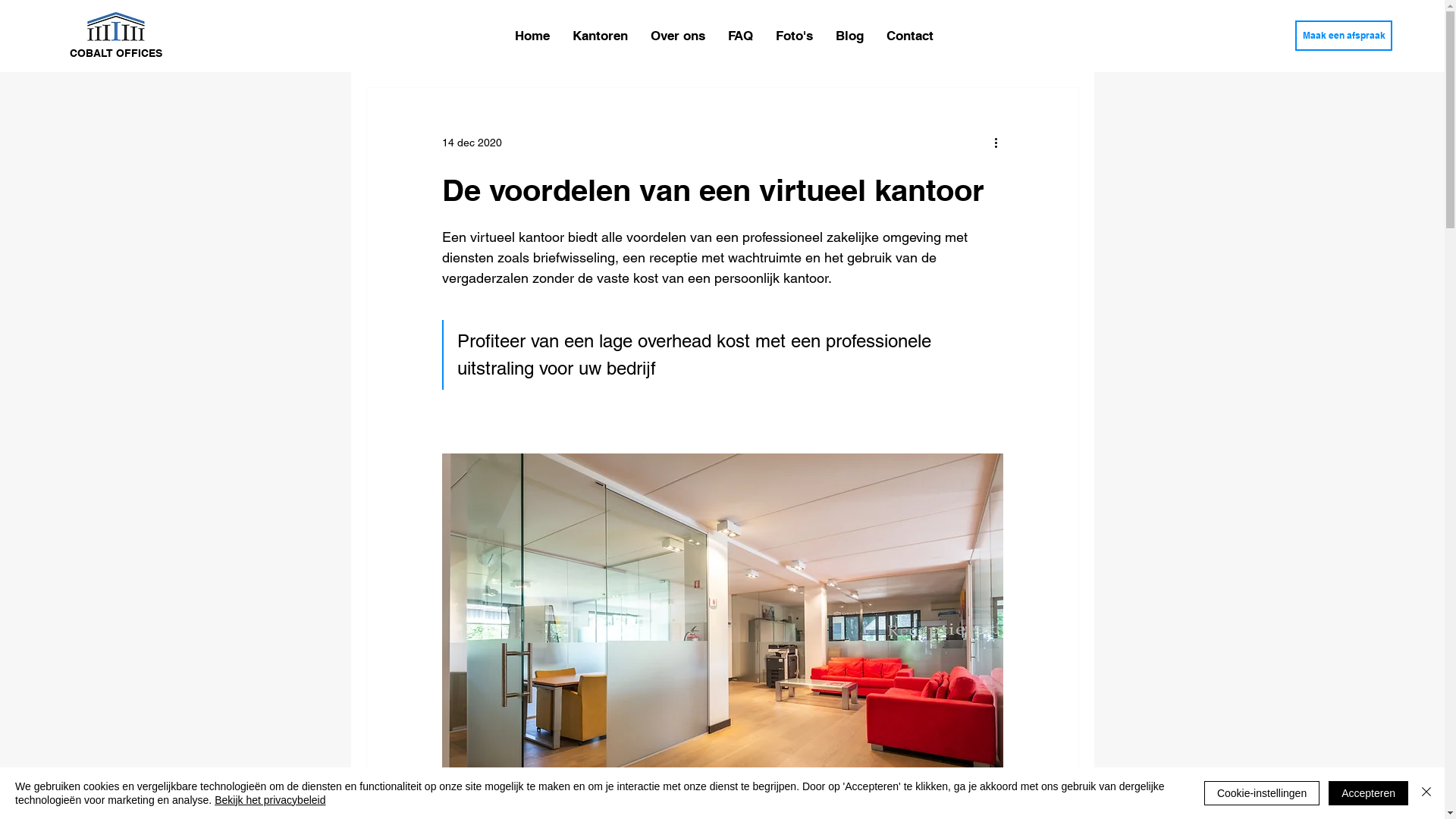 The image size is (1456, 819). What do you see at coordinates (910, 34) in the screenshot?
I see `'Contact'` at bounding box center [910, 34].